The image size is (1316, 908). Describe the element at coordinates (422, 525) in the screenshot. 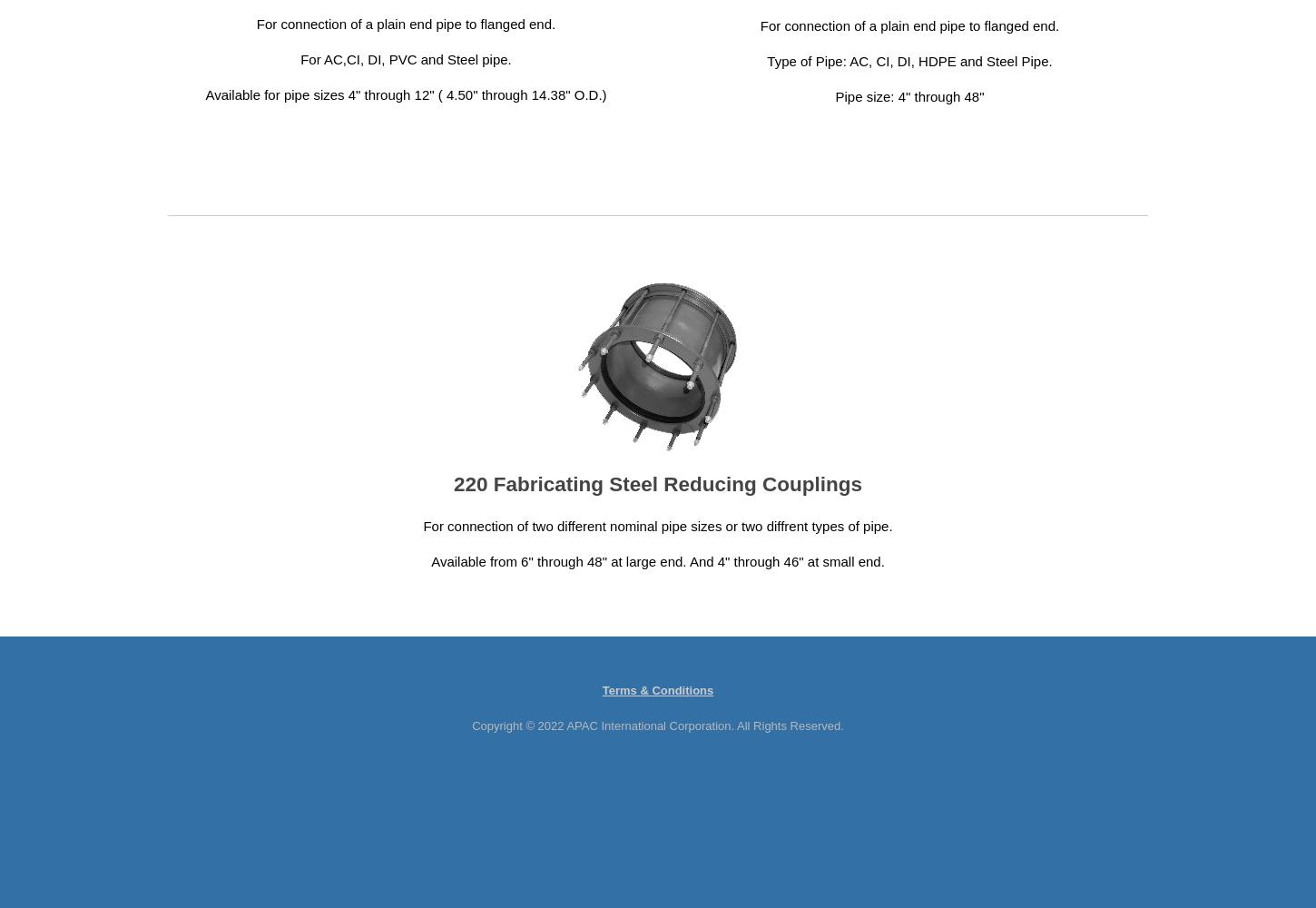

I see `'For connection of two different nominal pipe sizes or two diffrent types of pipe.'` at that location.